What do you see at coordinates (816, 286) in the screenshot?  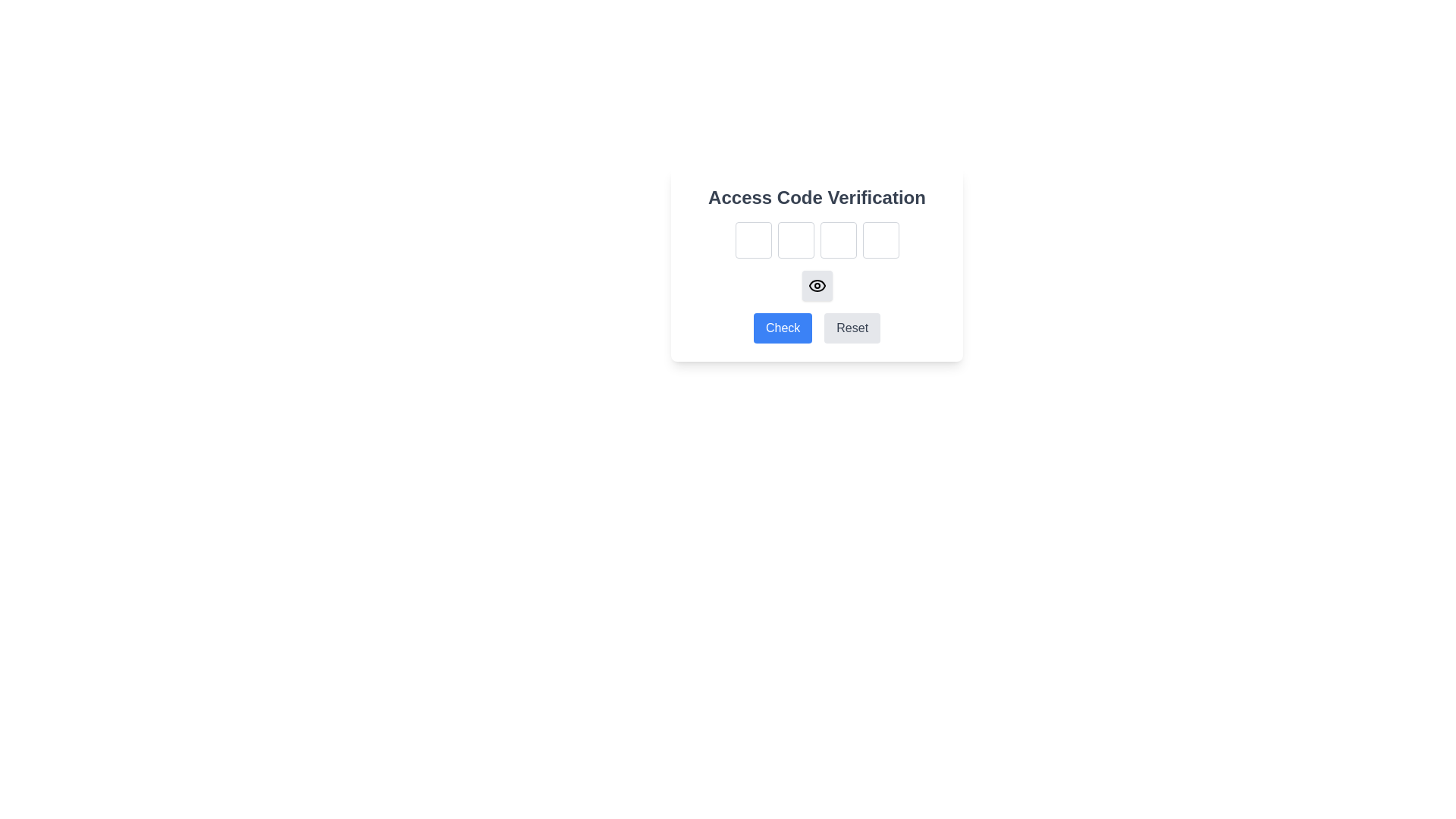 I see `the interactive button located directly below the input fields for the access code in the centered access verification UI` at bounding box center [816, 286].